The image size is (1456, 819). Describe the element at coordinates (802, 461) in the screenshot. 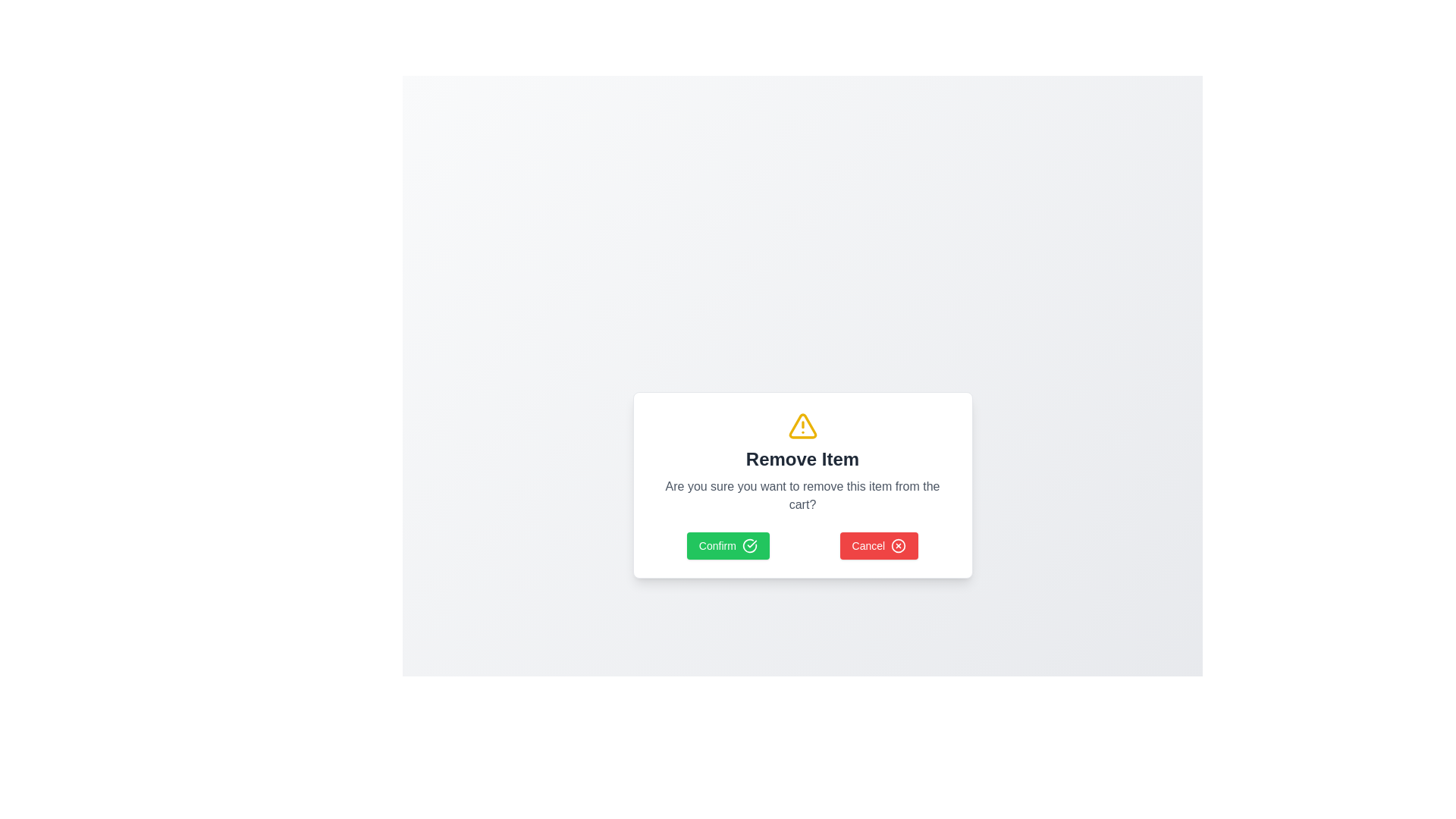

I see `the TextBlock that contains the warning icon and the text 'Remove Item', which is prominently displayed at the top with a confirmation message below it` at that location.